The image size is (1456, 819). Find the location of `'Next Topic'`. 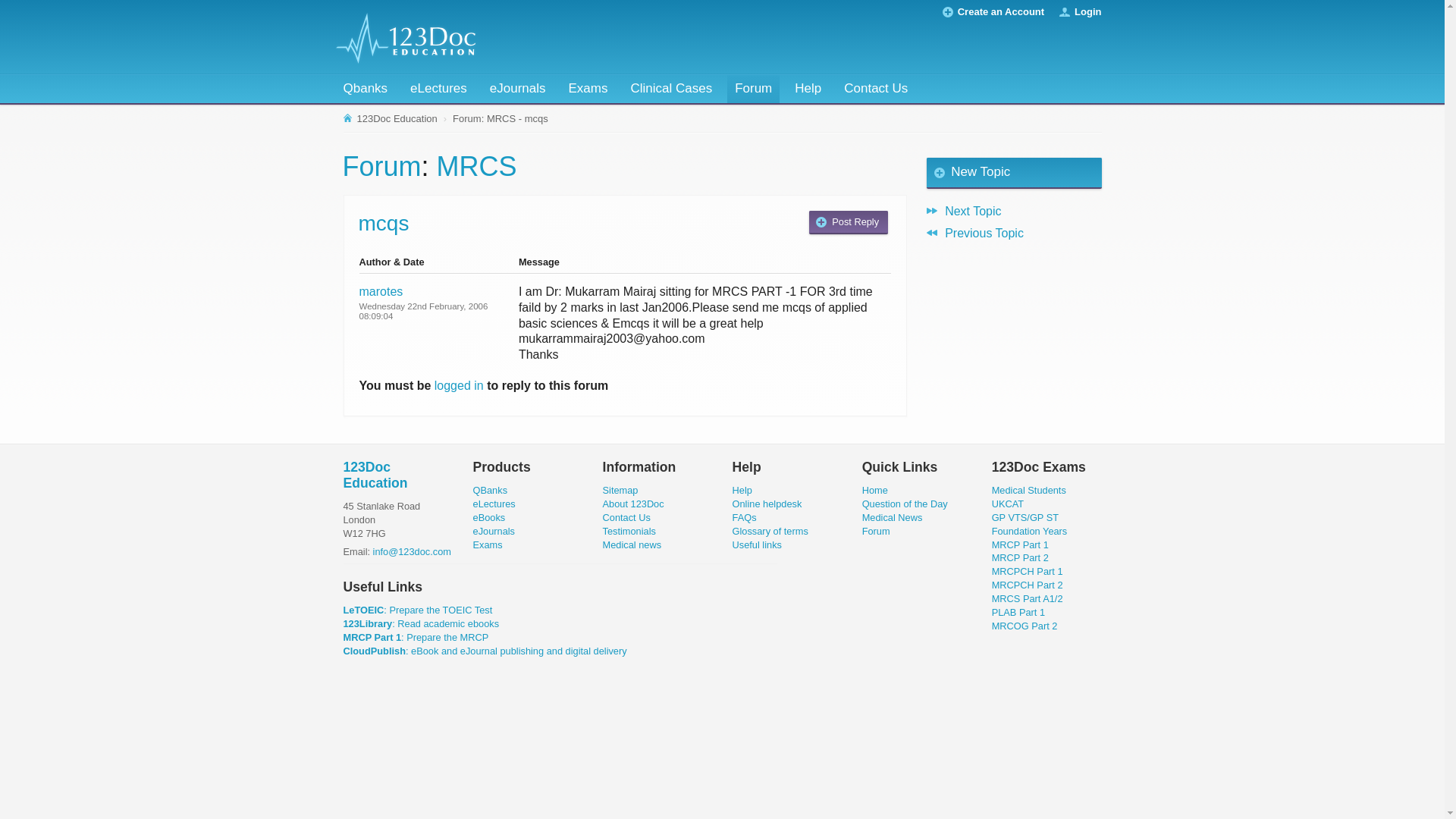

'Next Topic' is located at coordinates (1014, 210).